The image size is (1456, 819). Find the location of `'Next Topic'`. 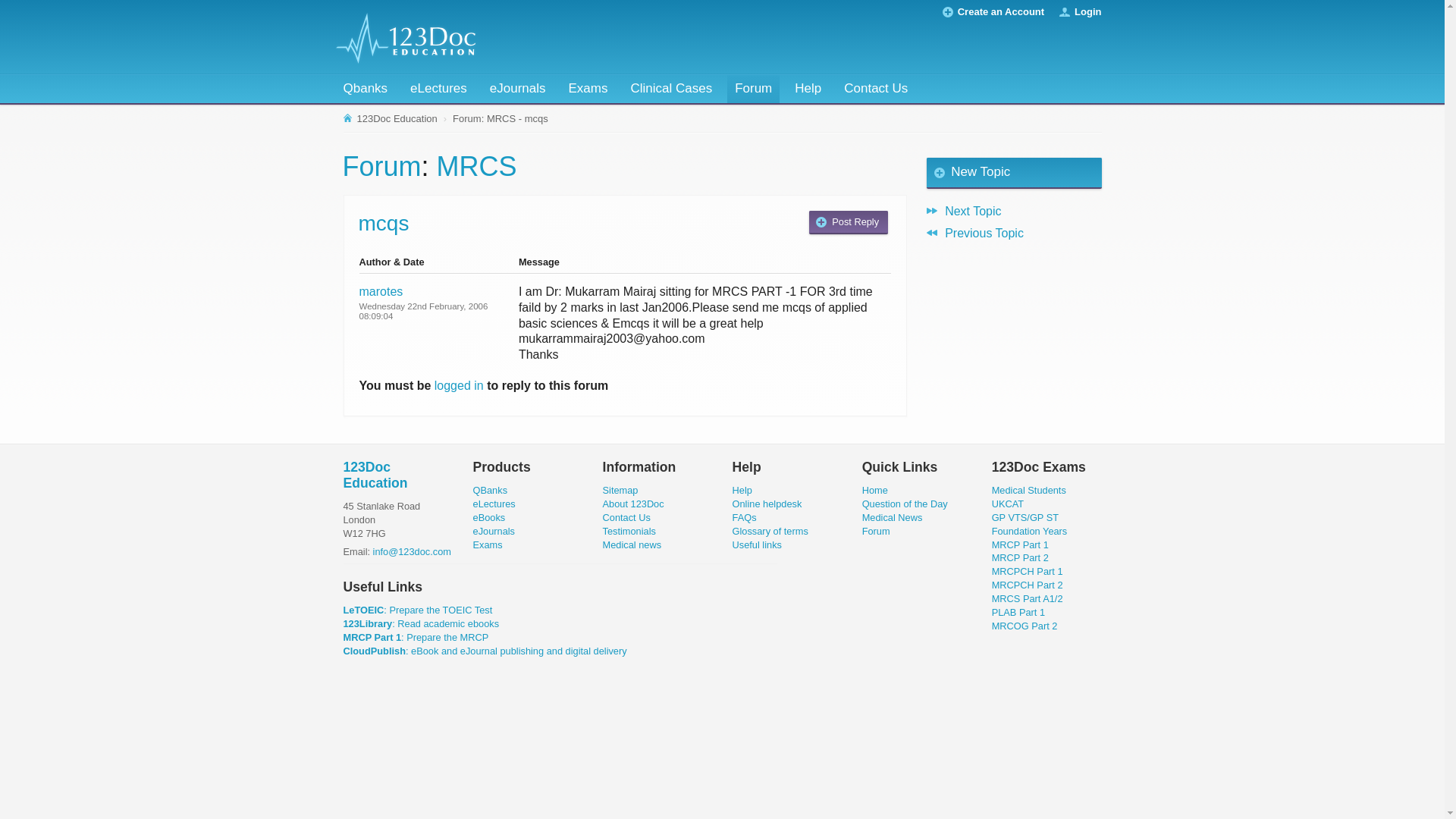

'Next Topic' is located at coordinates (1014, 210).